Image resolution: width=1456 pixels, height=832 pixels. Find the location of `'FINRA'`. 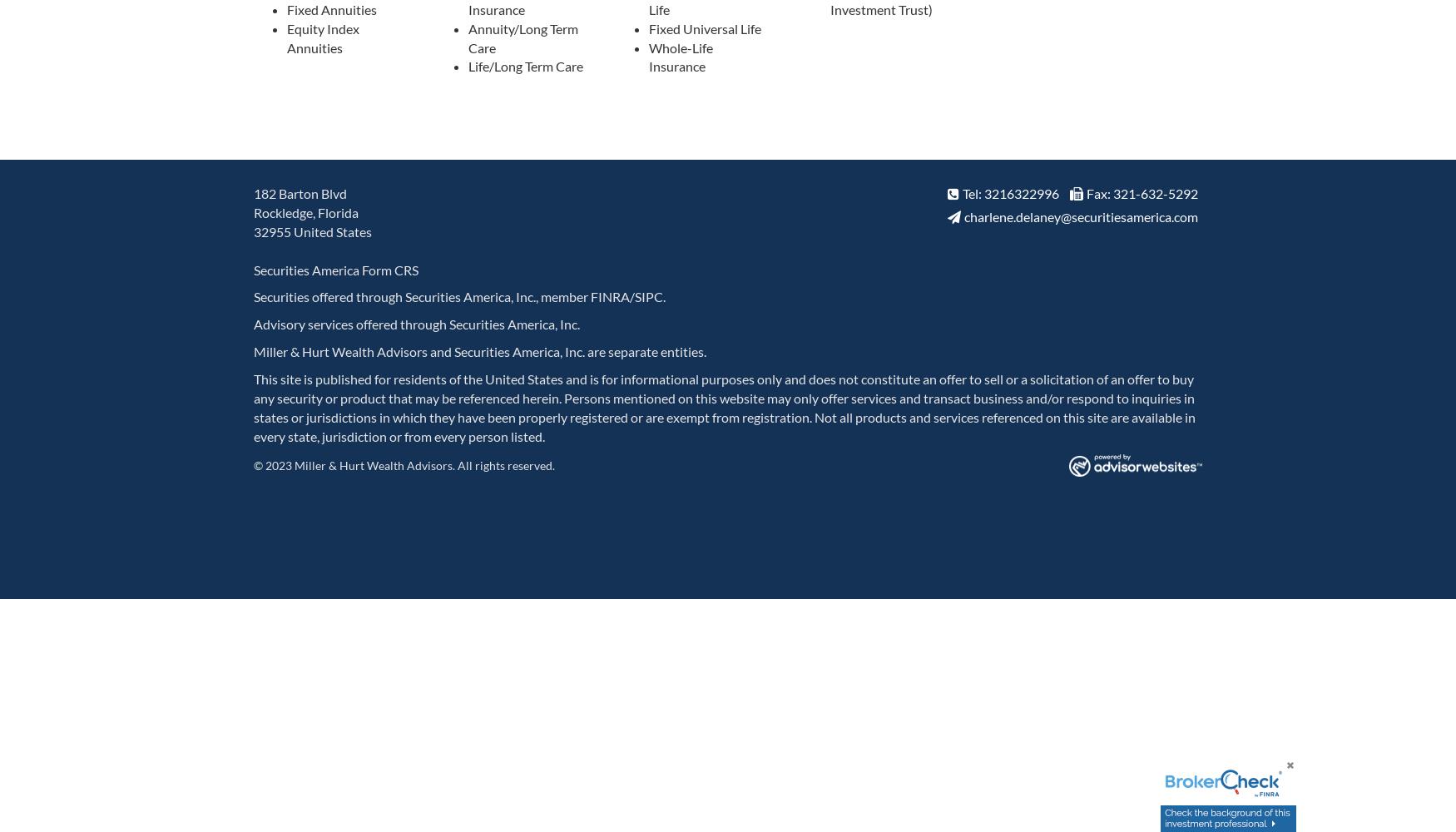

'FINRA' is located at coordinates (610, 295).